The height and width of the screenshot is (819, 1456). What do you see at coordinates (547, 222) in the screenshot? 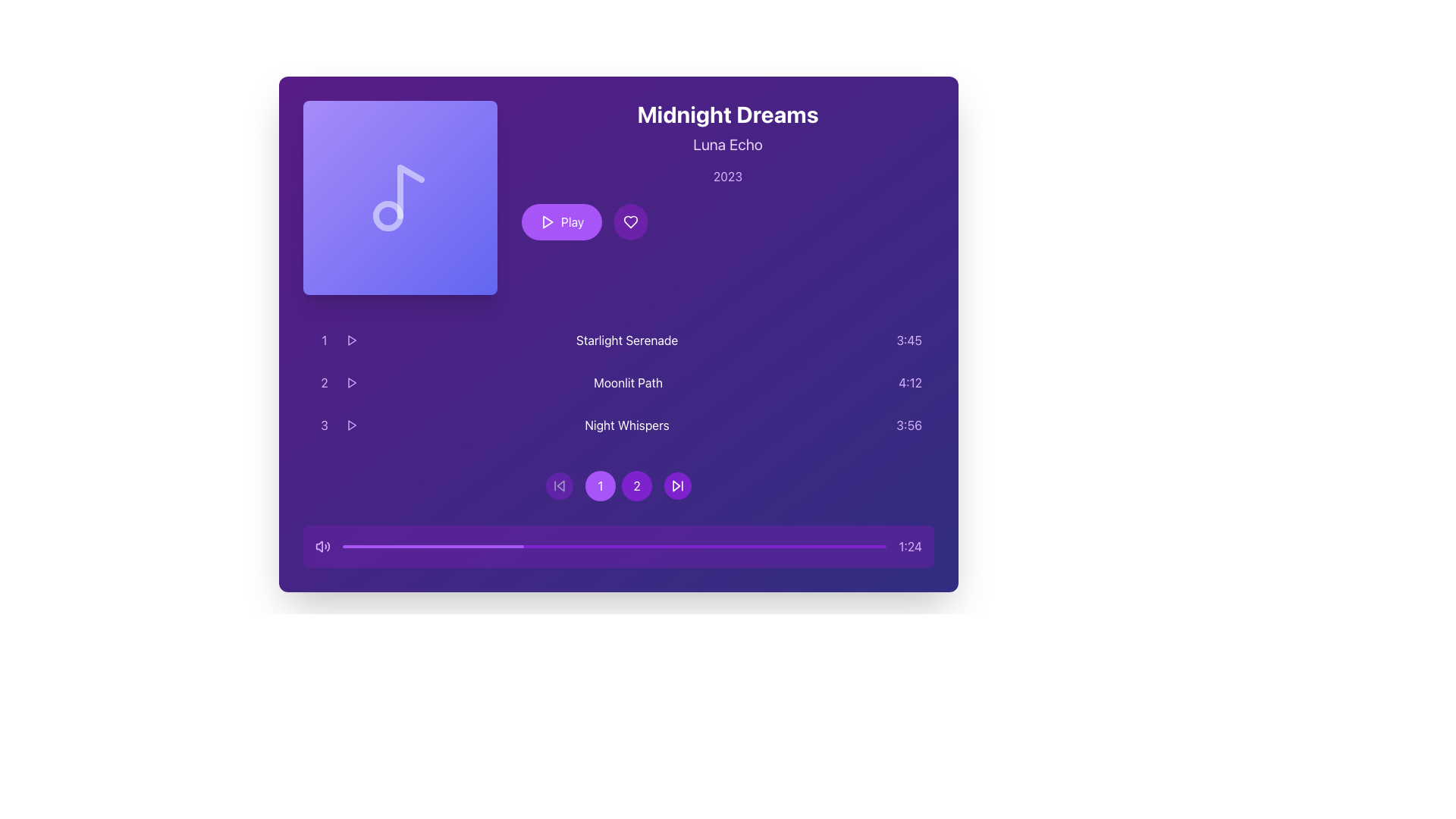
I see `the play button icon, which is part of the circular left portion of the button that indicates starting media playback` at bounding box center [547, 222].